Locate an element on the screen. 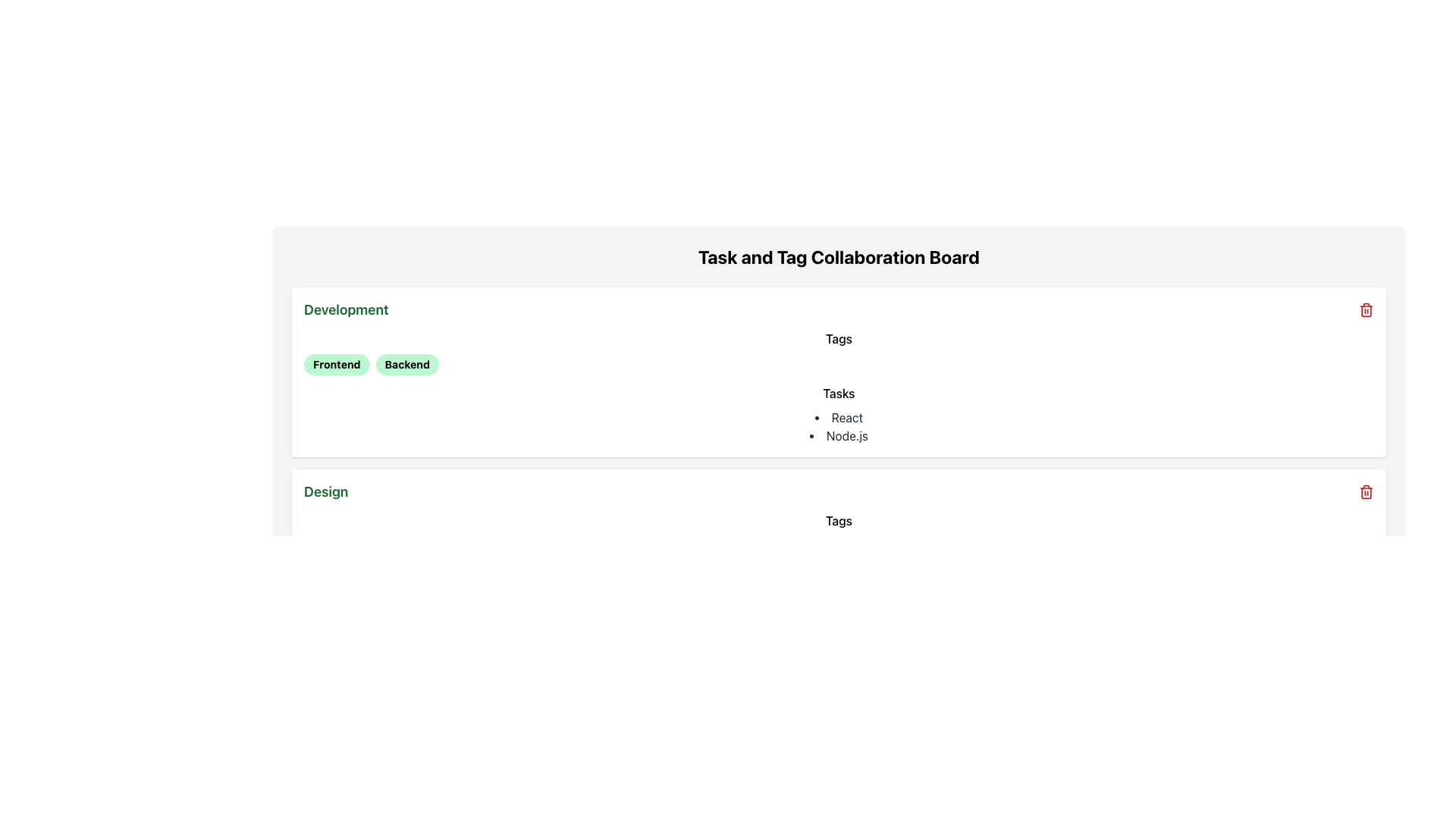 The height and width of the screenshot is (819, 1456). the text label displaying 'Node.js', which is styled in gray and positioned below 'React' in a bulleted list under the 'Tasks' title in the Development section is located at coordinates (838, 435).